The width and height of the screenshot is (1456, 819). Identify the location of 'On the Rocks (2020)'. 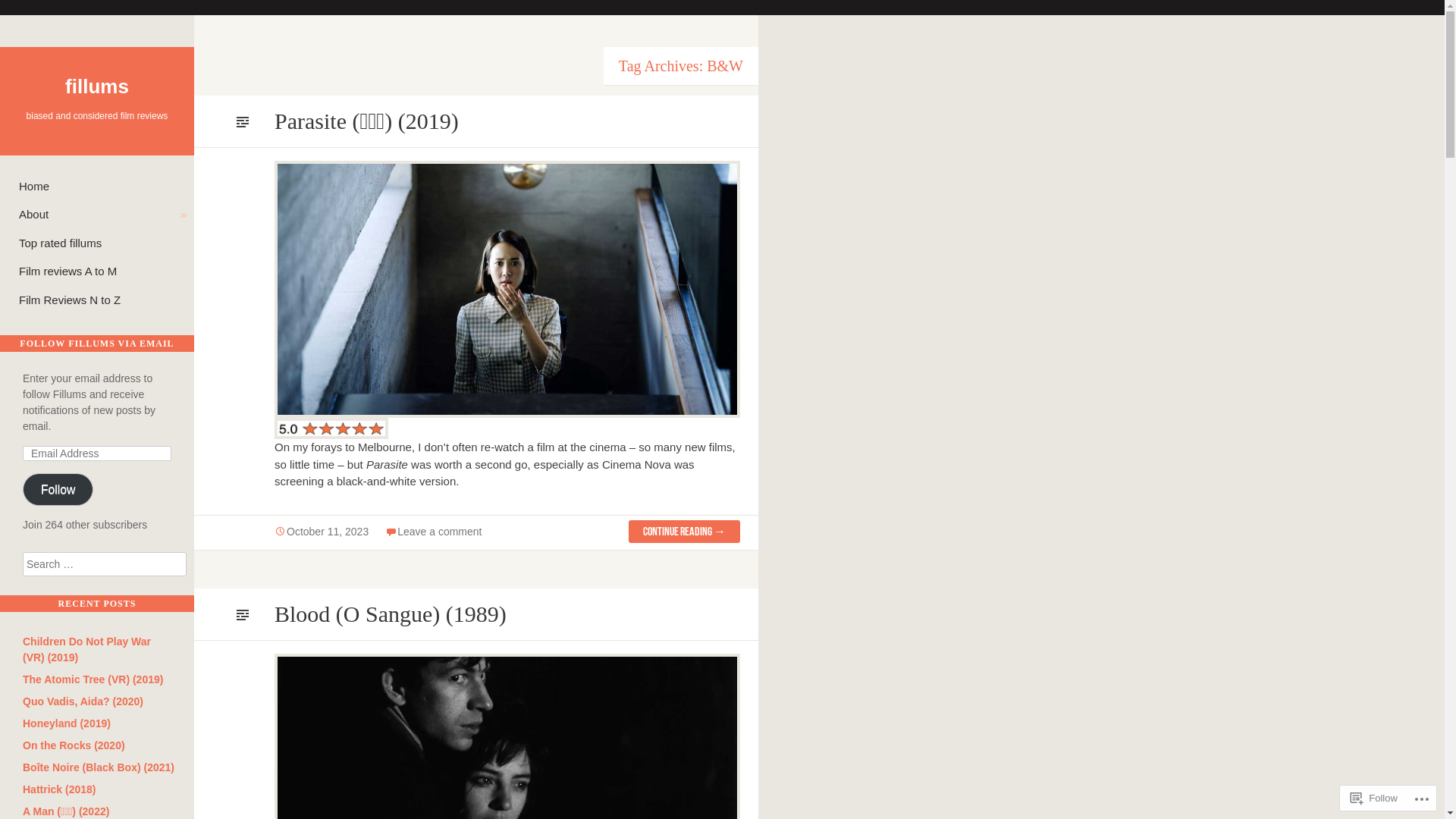
(73, 745).